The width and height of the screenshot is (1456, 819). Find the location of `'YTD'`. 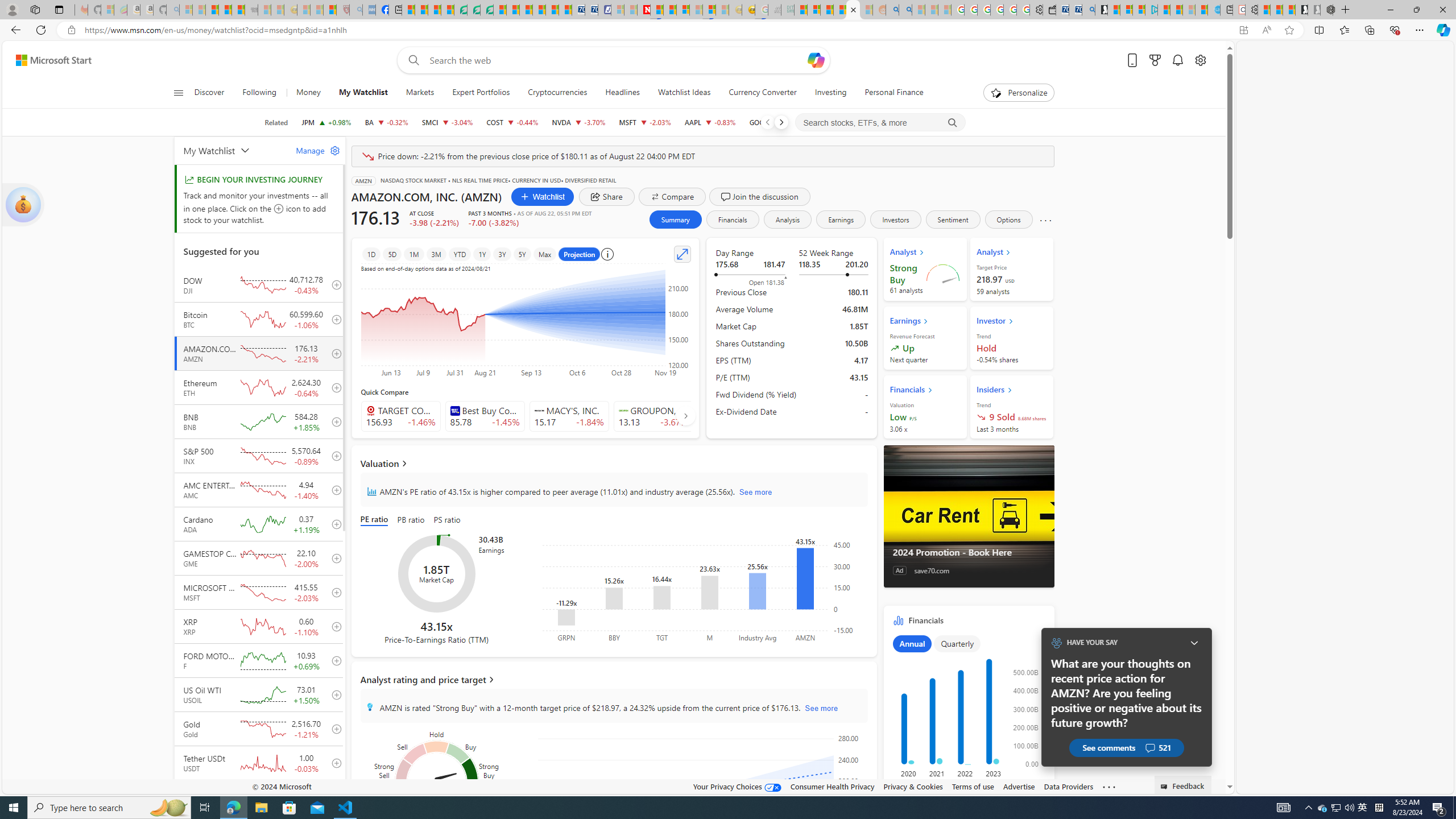

'YTD' is located at coordinates (459, 254).